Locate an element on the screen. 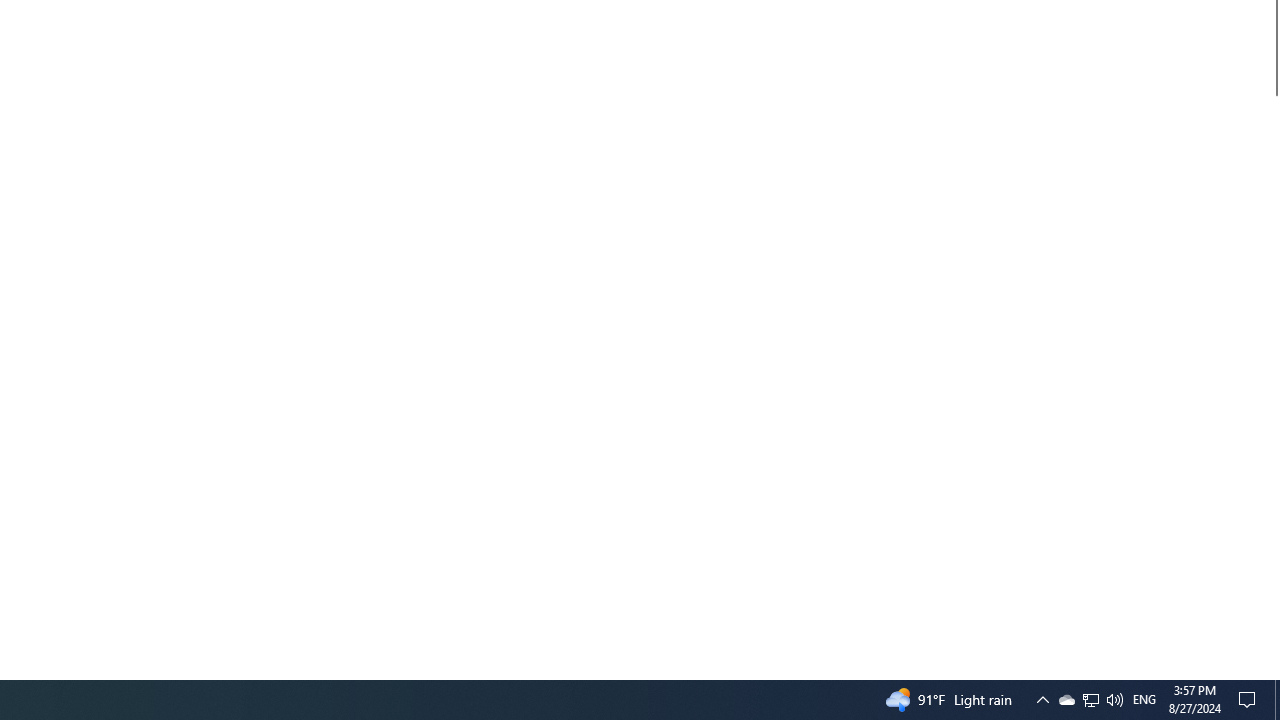  'User Promoted Notification Area' is located at coordinates (1089, 698).